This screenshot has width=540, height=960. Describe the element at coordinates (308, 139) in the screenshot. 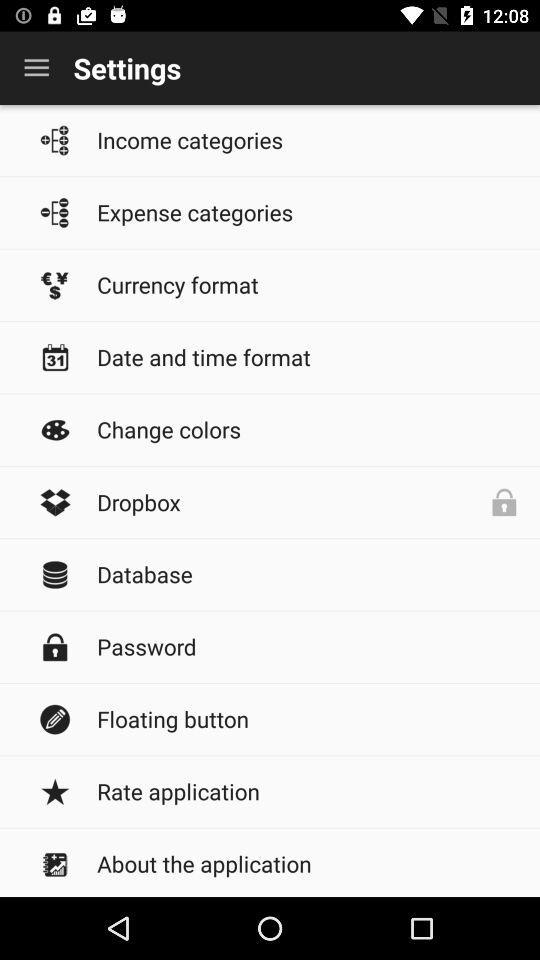

I see `income categories` at that location.